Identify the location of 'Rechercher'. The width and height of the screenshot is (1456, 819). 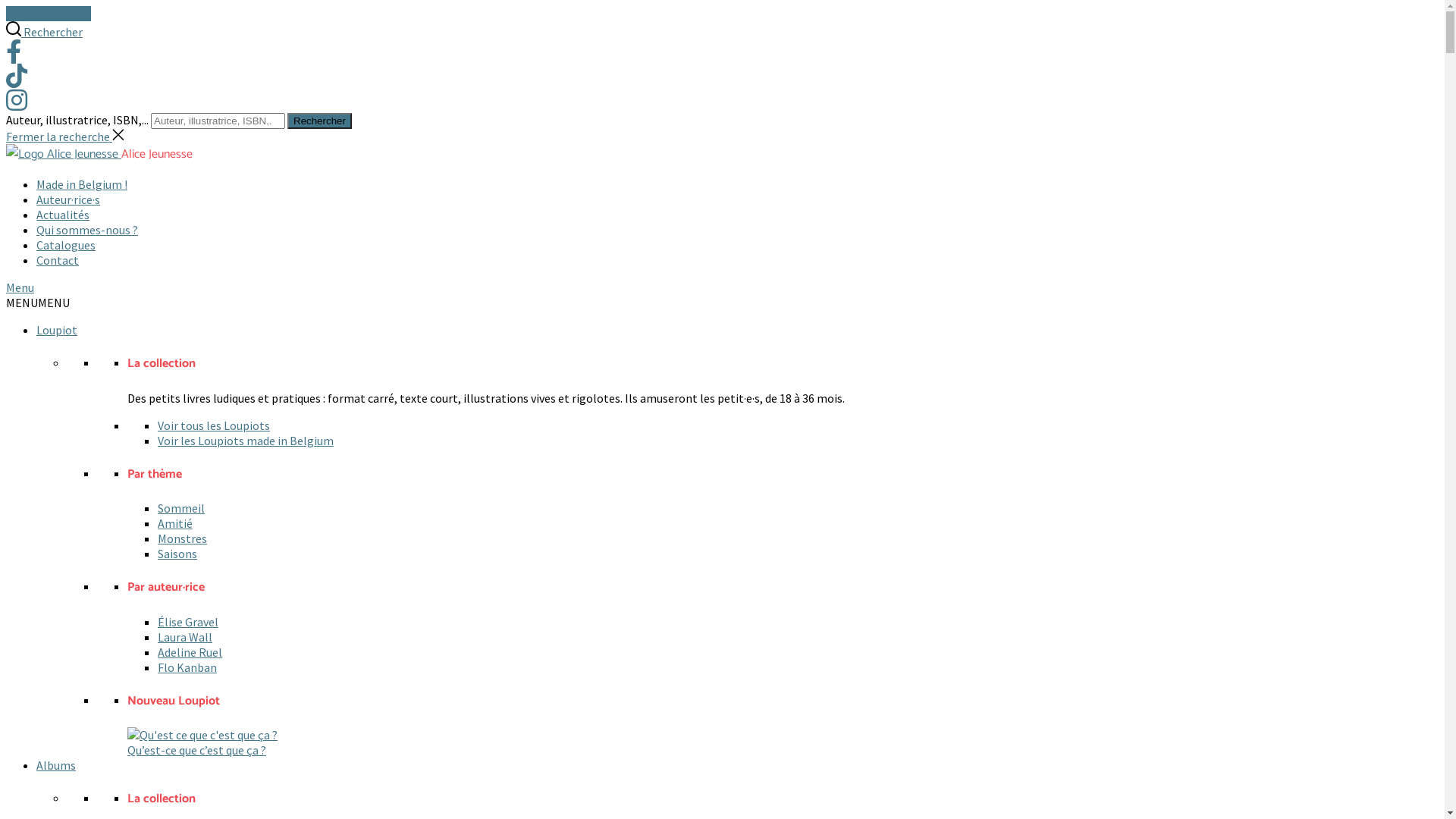
(318, 120).